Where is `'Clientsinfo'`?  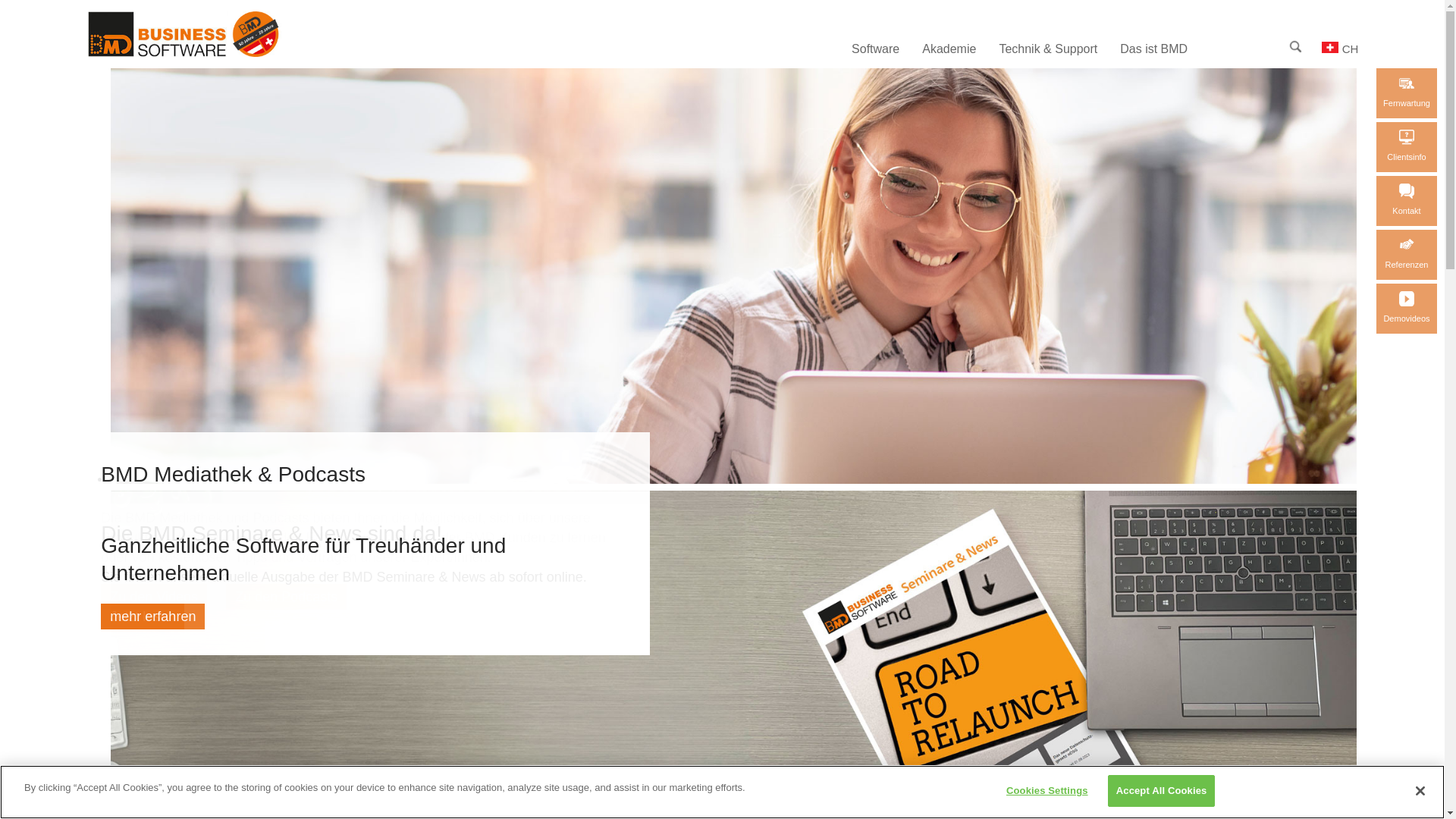 'Clientsinfo' is located at coordinates (1405, 146).